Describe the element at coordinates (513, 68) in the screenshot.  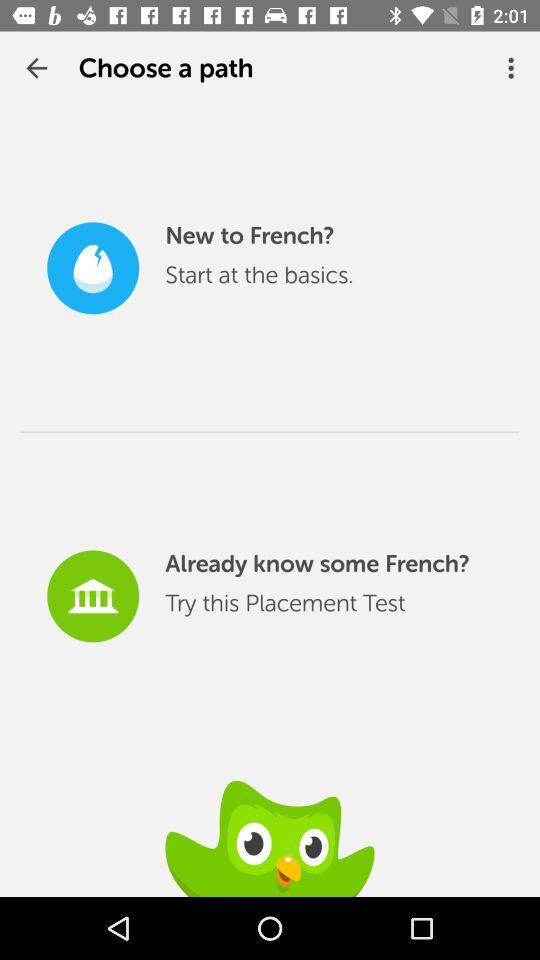
I see `the app to the right of the choose a path item` at that location.